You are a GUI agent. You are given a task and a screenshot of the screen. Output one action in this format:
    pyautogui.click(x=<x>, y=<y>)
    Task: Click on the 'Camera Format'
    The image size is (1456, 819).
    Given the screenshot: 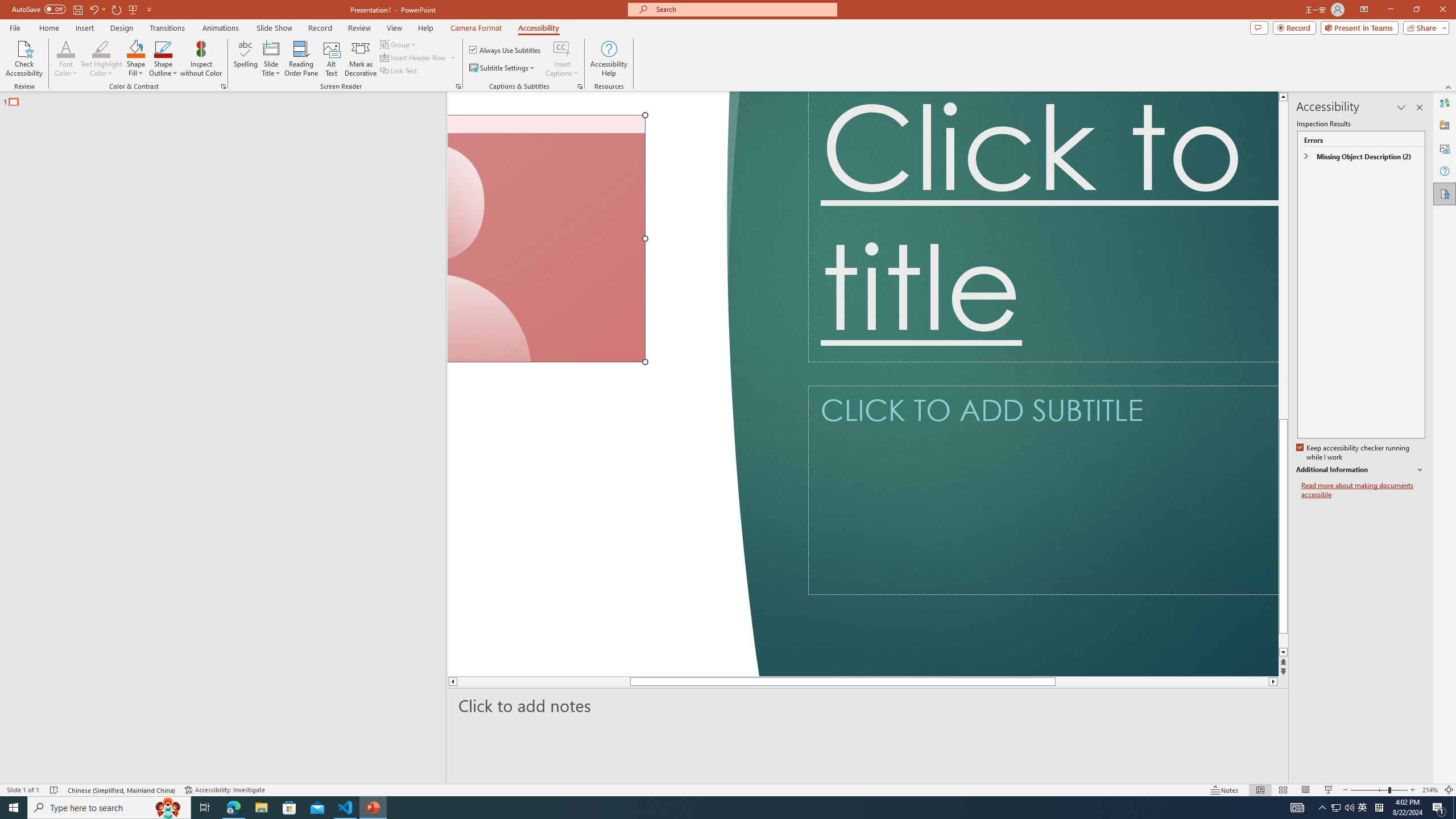 What is the action you would take?
    pyautogui.click(x=475, y=28)
    